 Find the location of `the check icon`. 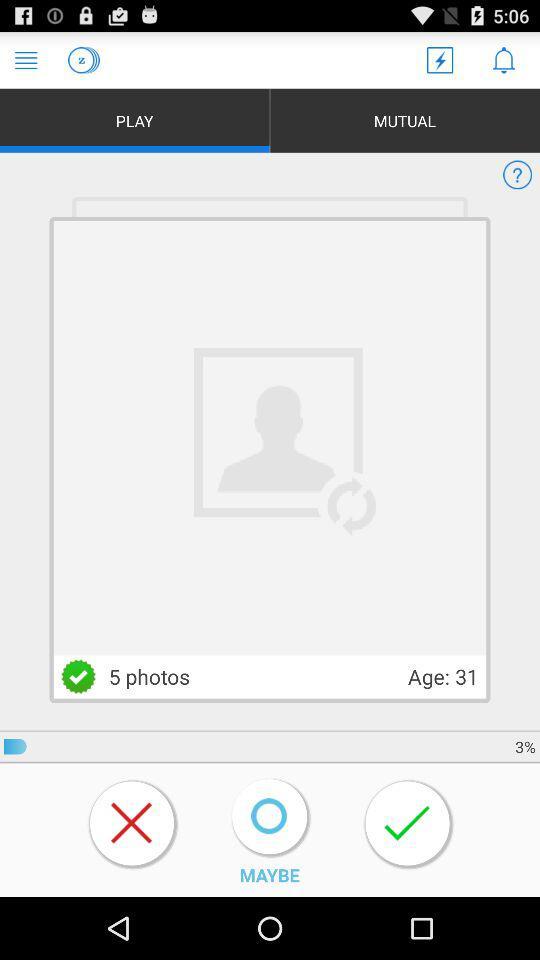

the check icon is located at coordinates (77, 723).